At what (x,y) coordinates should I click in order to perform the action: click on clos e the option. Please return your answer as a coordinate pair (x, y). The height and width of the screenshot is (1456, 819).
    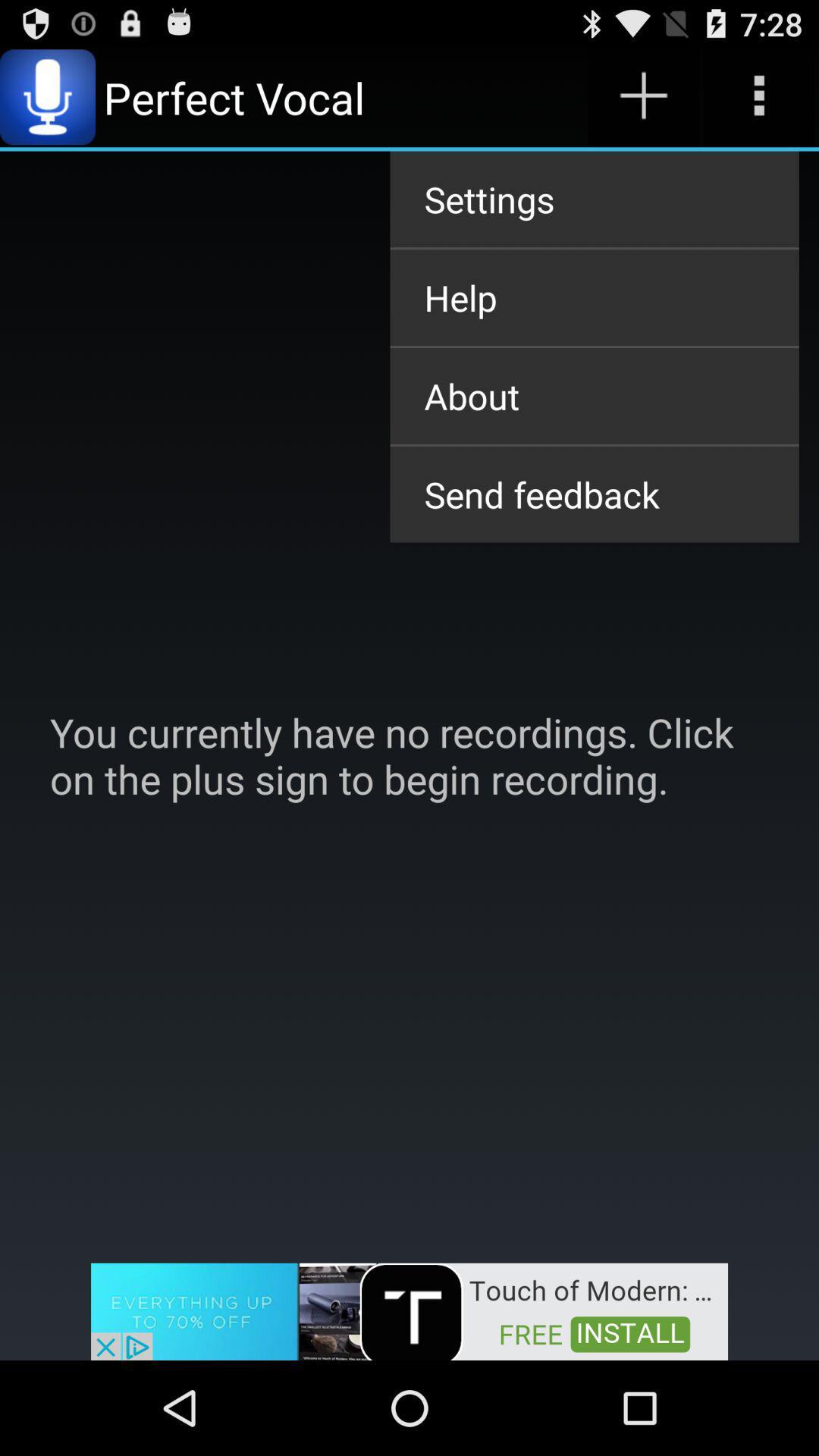
    Looking at the image, I should click on (409, 1310).